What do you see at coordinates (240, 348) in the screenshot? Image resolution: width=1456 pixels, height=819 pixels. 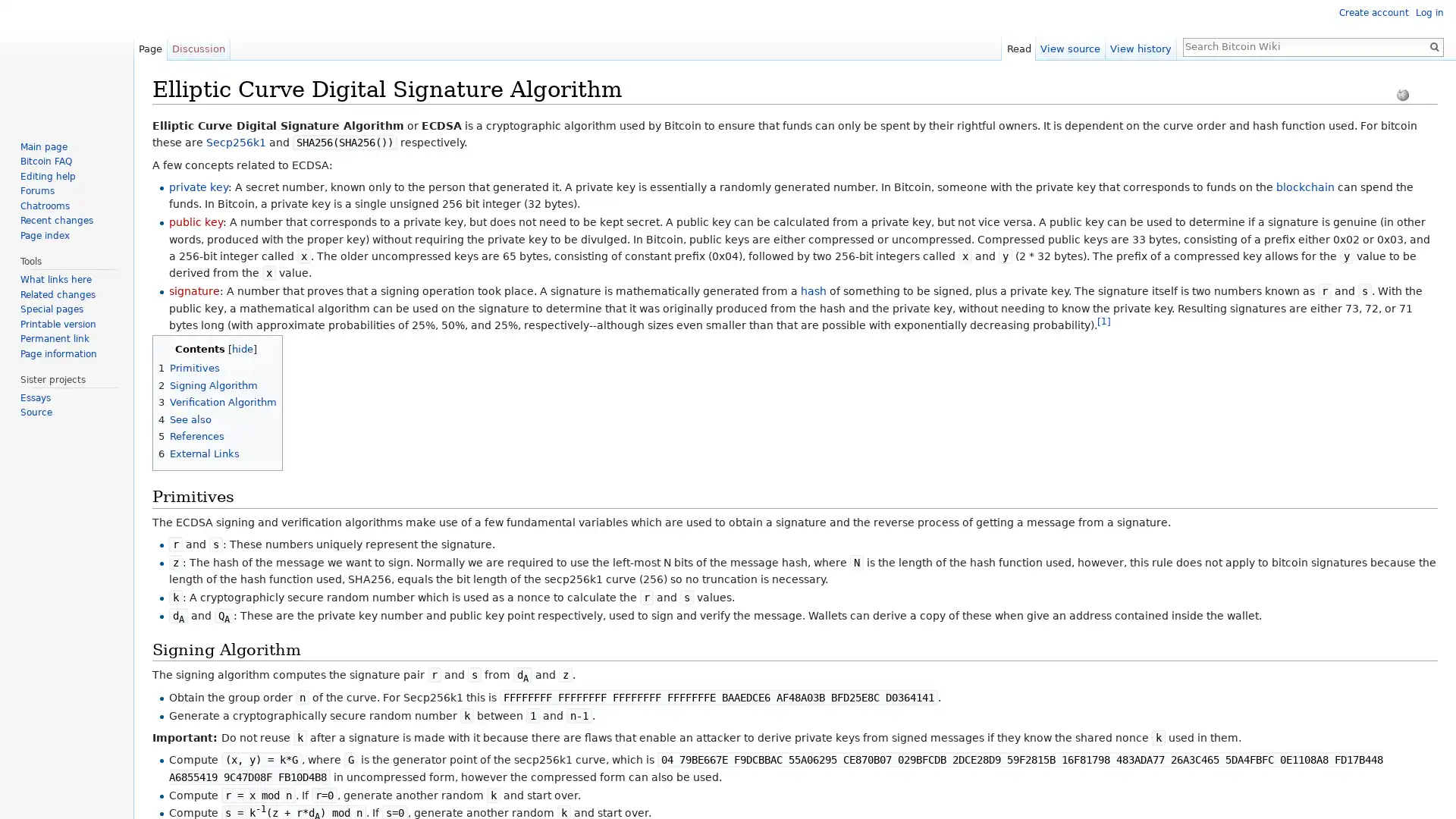 I see `hide` at bounding box center [240, 348].